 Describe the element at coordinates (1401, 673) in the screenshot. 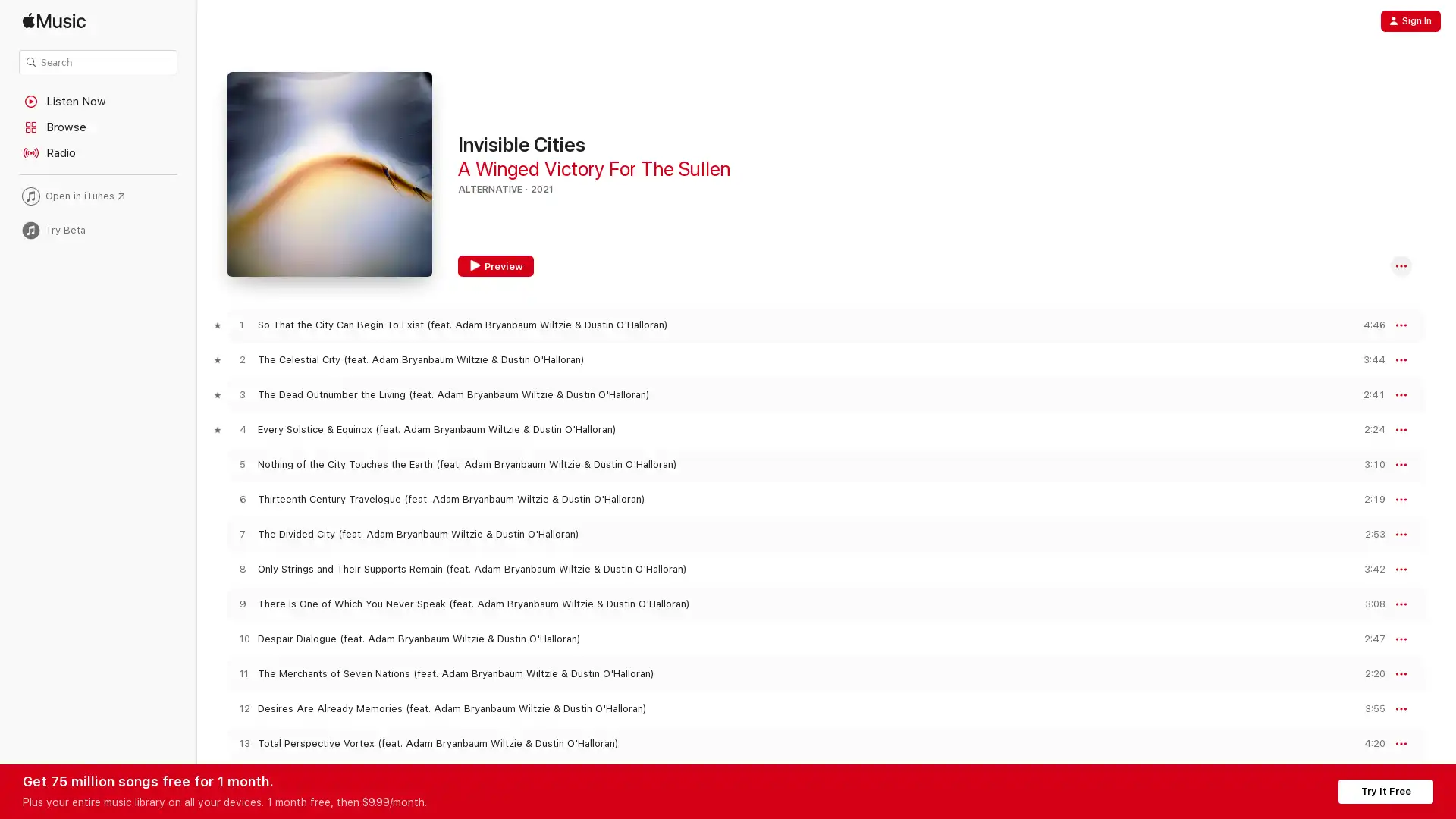

I see `More` at that location.